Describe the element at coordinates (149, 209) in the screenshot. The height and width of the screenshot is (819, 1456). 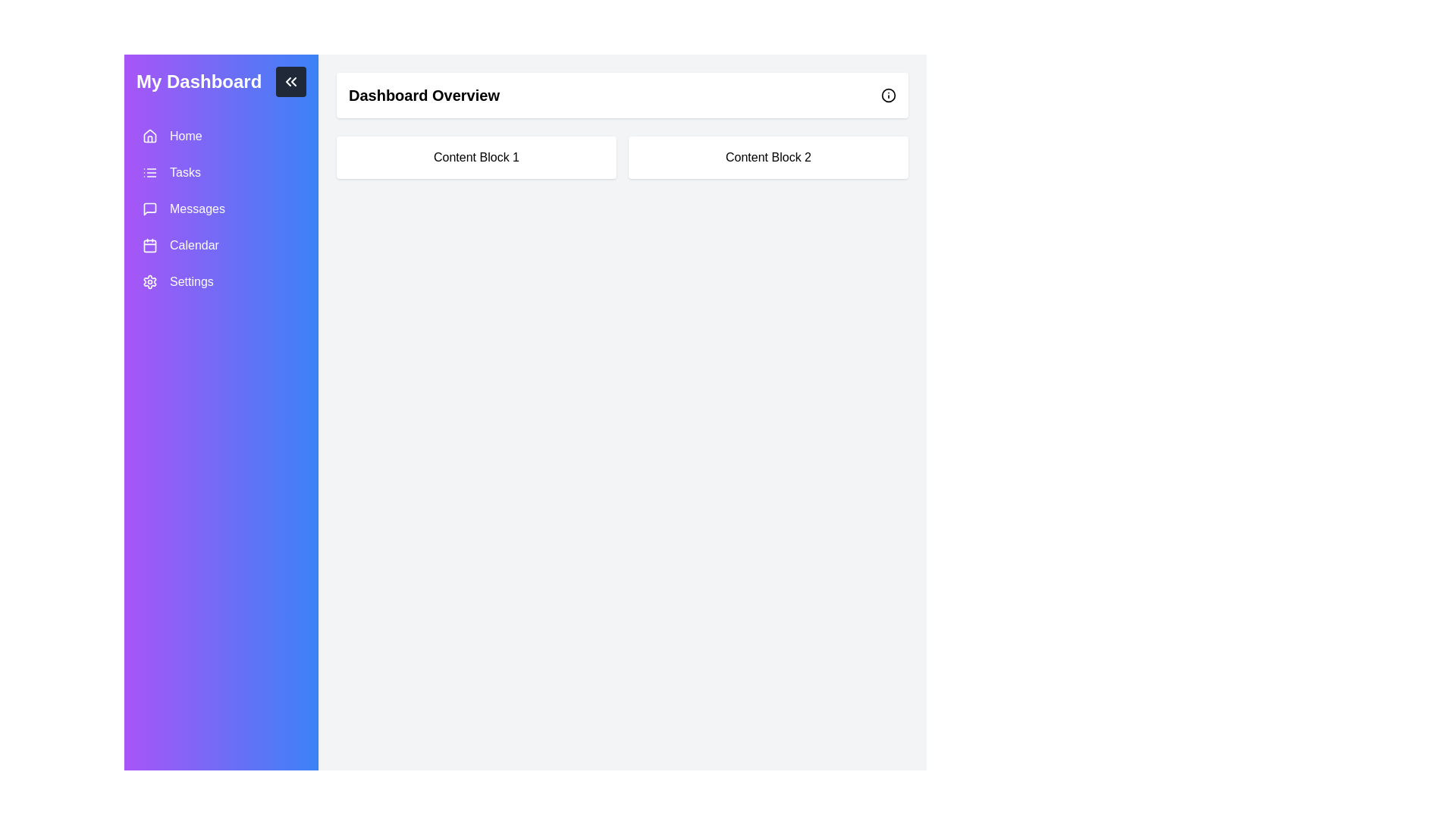
I see `the speech bubble icon in the sidebar menu, which is the third item before the 'Messages' text` at that location.